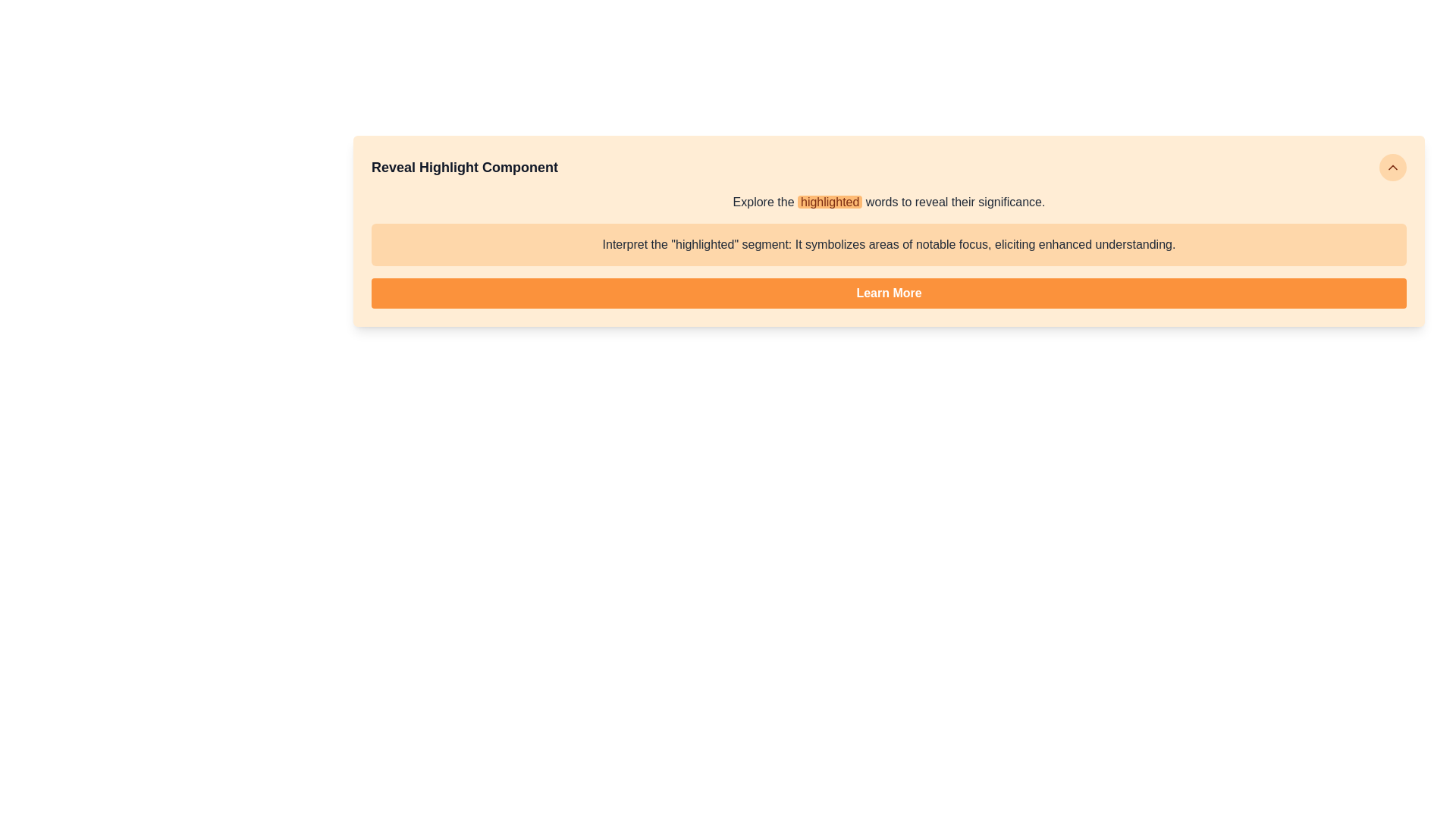 This screenshot has width=1456, height=819. I want to click on the Static Text Block that displays the phrase: "Interpret the 'highlighted' segment: It symbolizes areas of notable focus, eliciting enhanced understanding.", so click(889, 244).